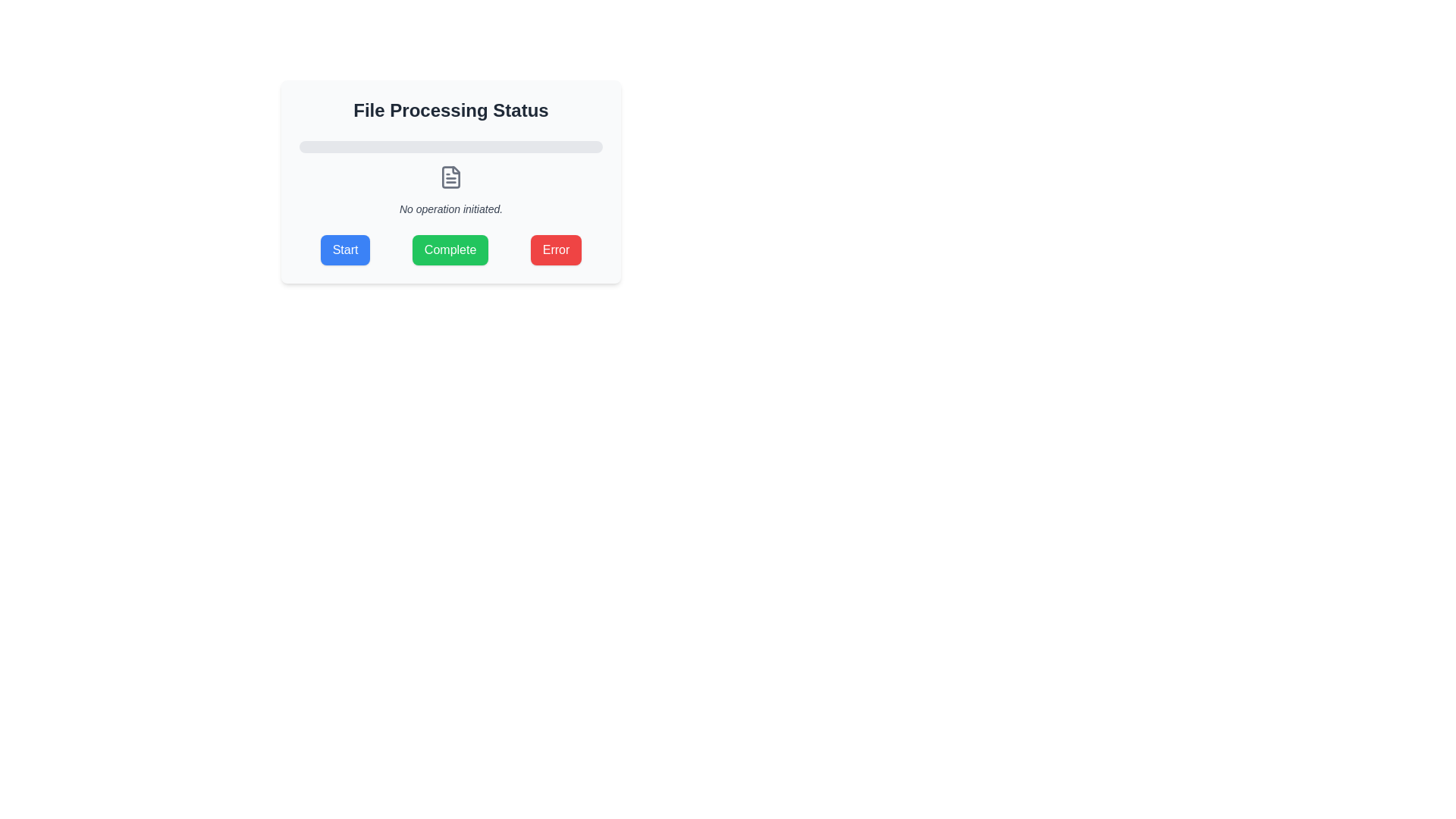 The image size is (1456, 819). I want to click on the second button in the row of three buttons at the bottom of the file processing status card to initiate the completion action, so click(450, 249).